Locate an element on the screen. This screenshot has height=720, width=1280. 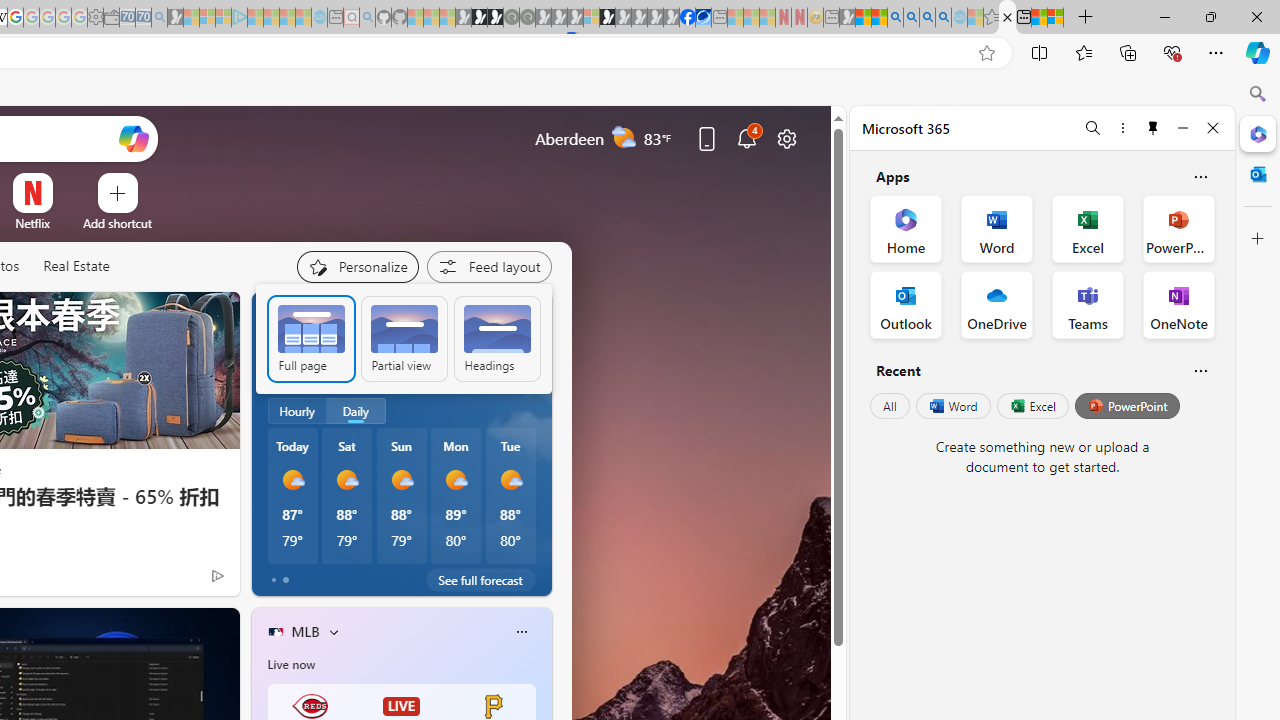
'Word Office App' is located at coordinates (997, 227).